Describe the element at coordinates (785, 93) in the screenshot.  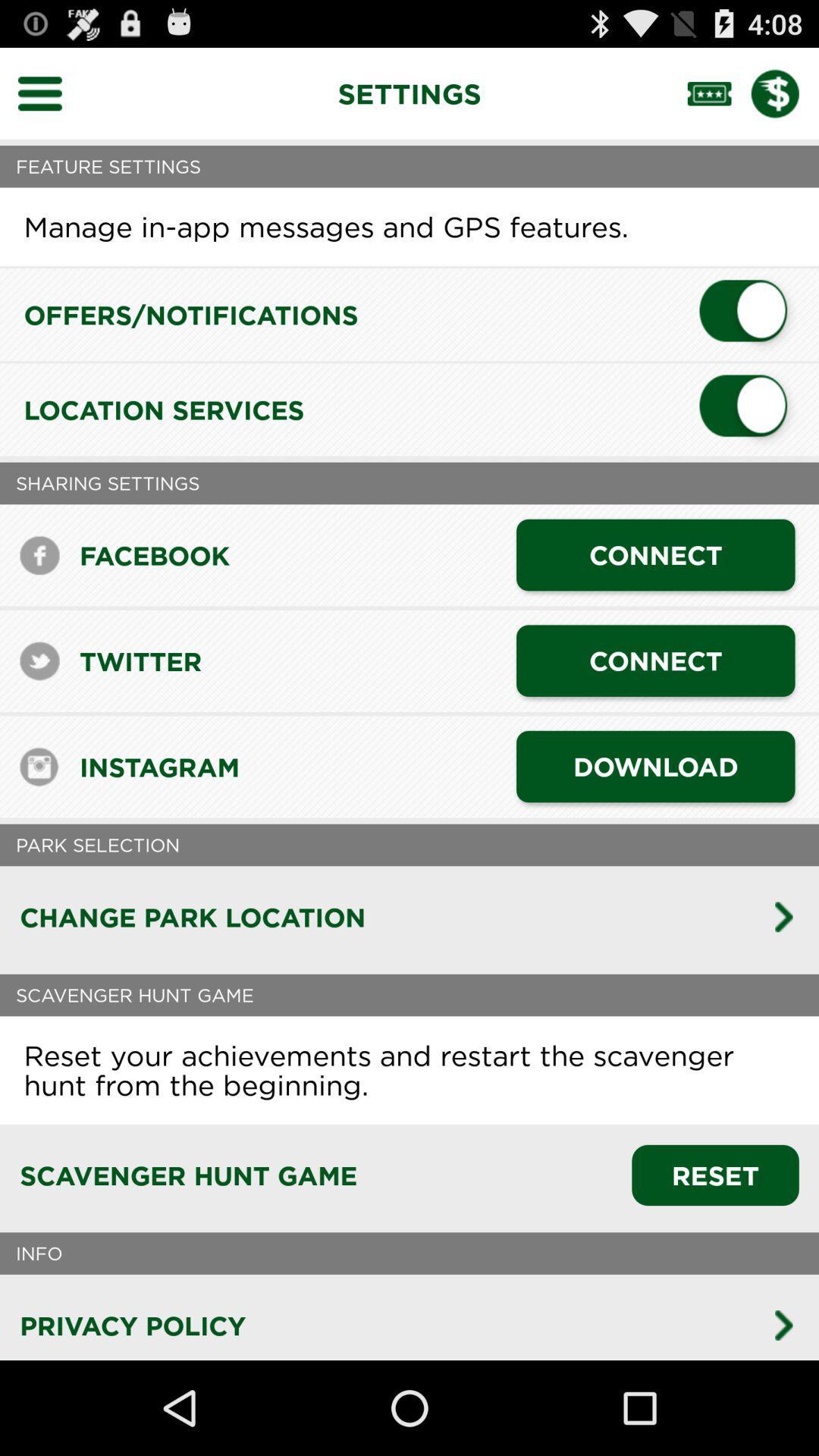
I see `money to app` at that location.